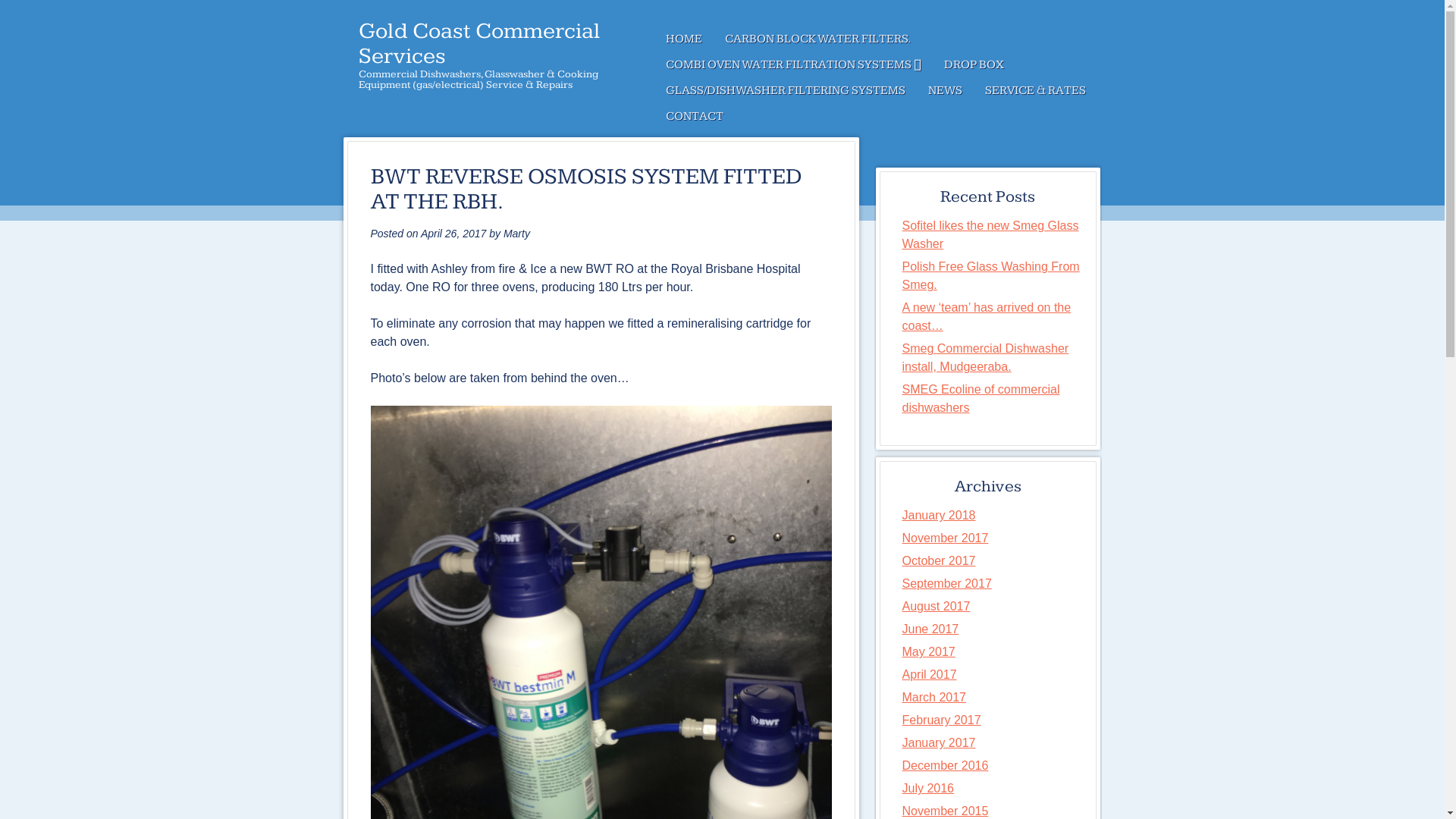  Describe the element at coordinates (931, 64) in the screenshot. I see `'DROP BOX'` at that location.